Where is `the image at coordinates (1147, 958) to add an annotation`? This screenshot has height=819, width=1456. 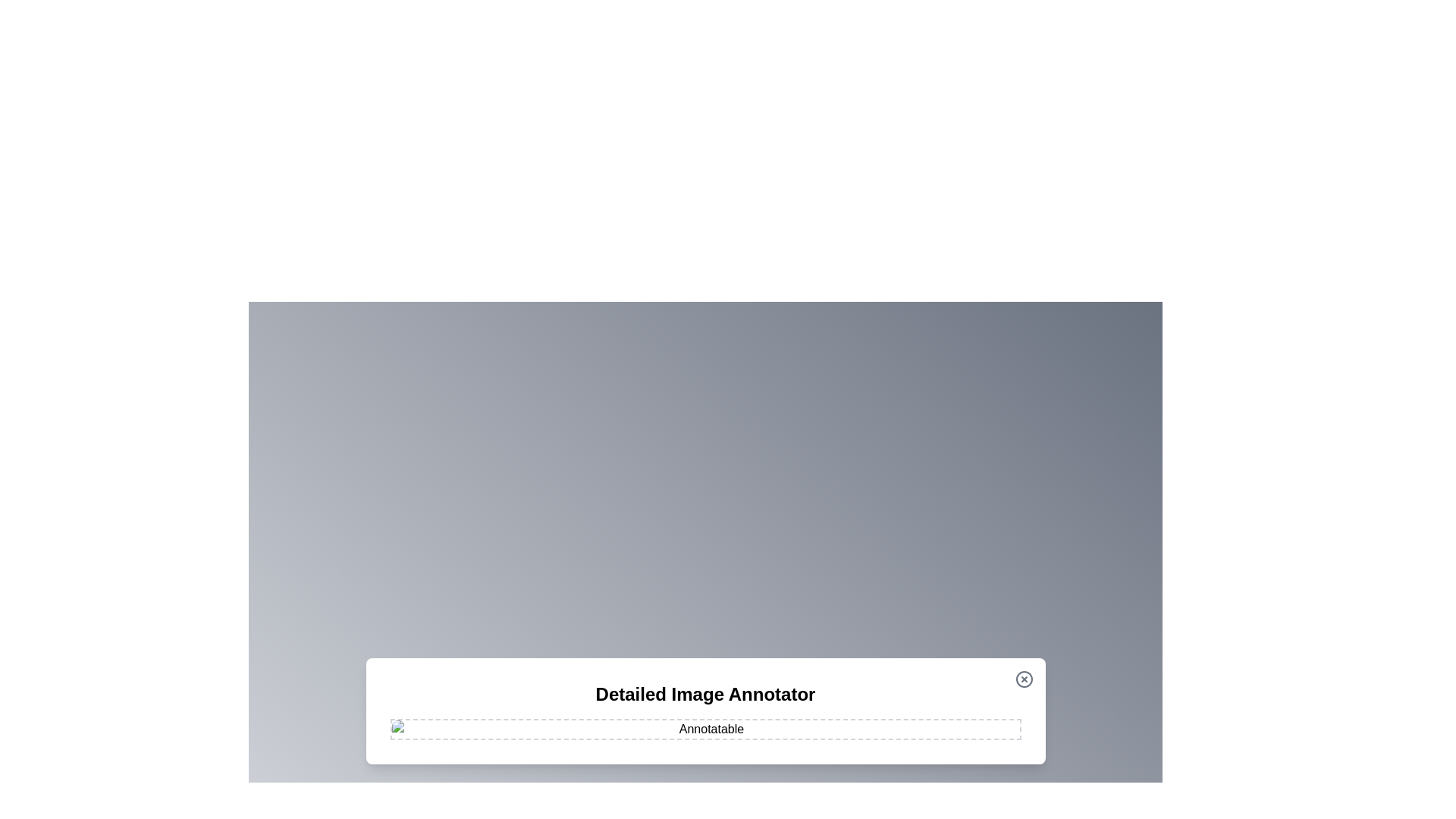 the image at coordinates (1147, 958) to add an annotation is located at coordinates (870, 725).